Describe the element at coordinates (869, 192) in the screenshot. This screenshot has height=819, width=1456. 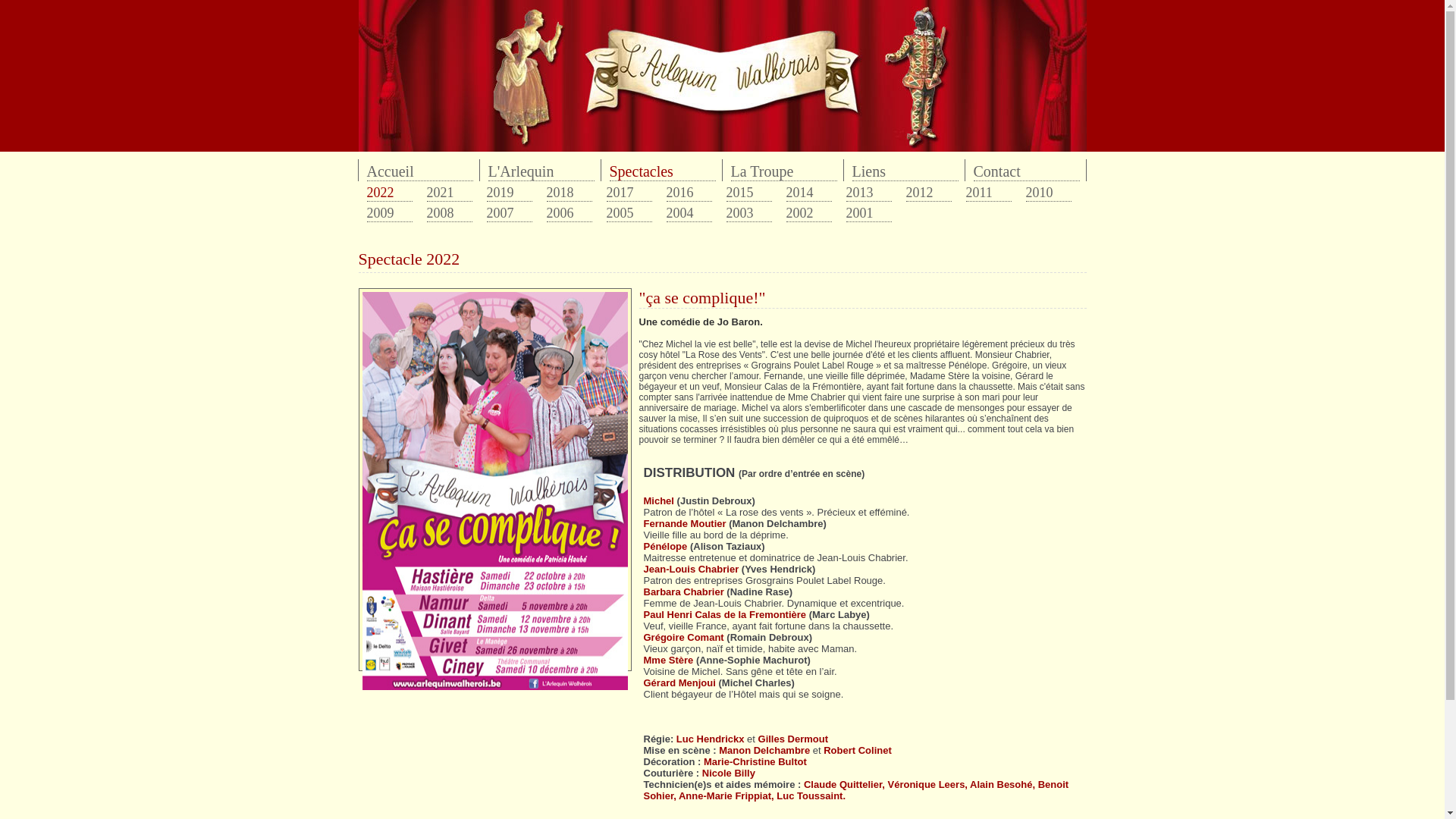
I see `'2013'` at that location.